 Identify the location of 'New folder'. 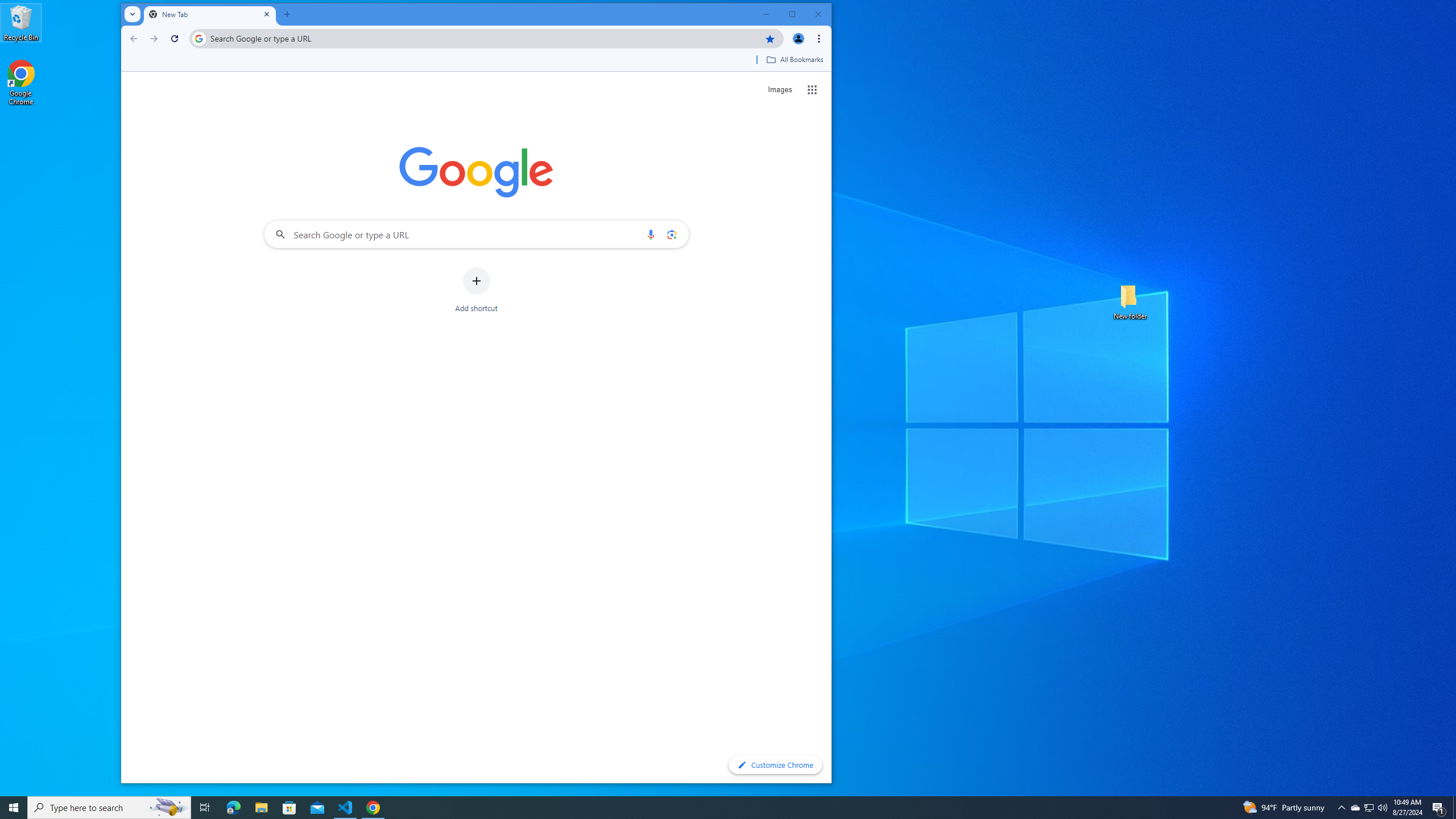
(1130, 300).